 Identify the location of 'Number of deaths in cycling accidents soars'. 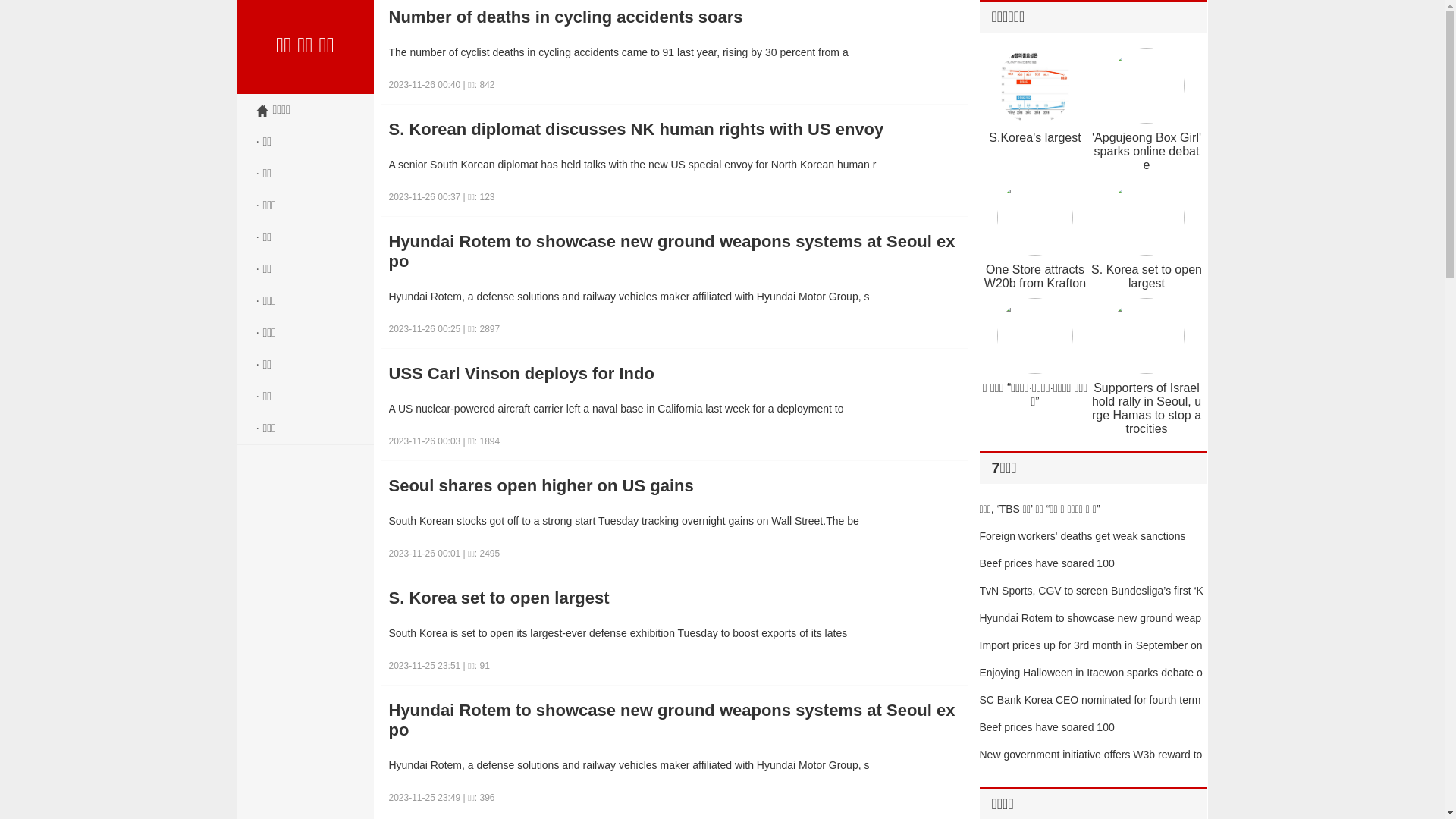
(673, 17).